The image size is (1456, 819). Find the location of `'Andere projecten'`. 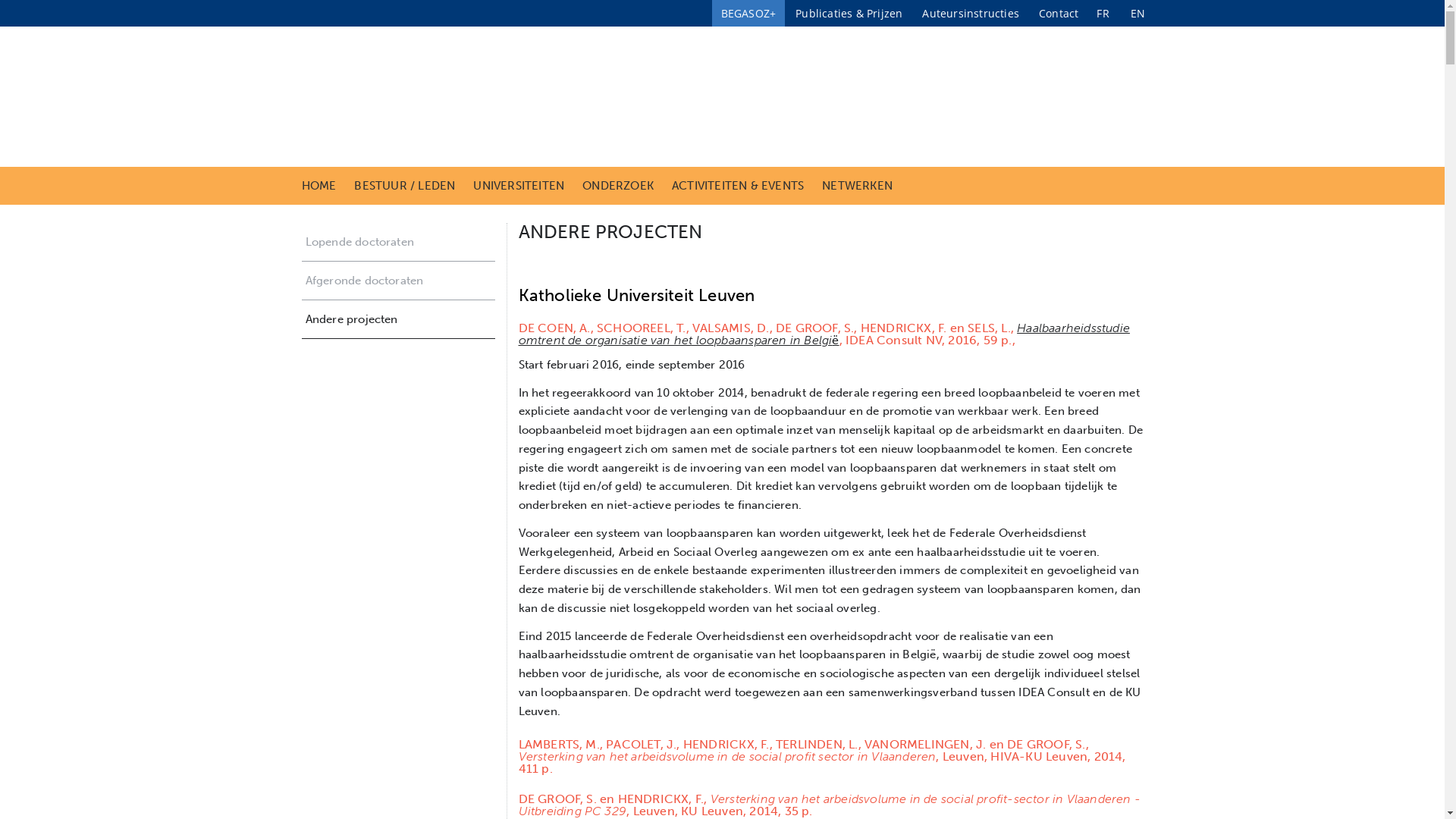

'Andere projecten' is located at coordinates (398, 318).